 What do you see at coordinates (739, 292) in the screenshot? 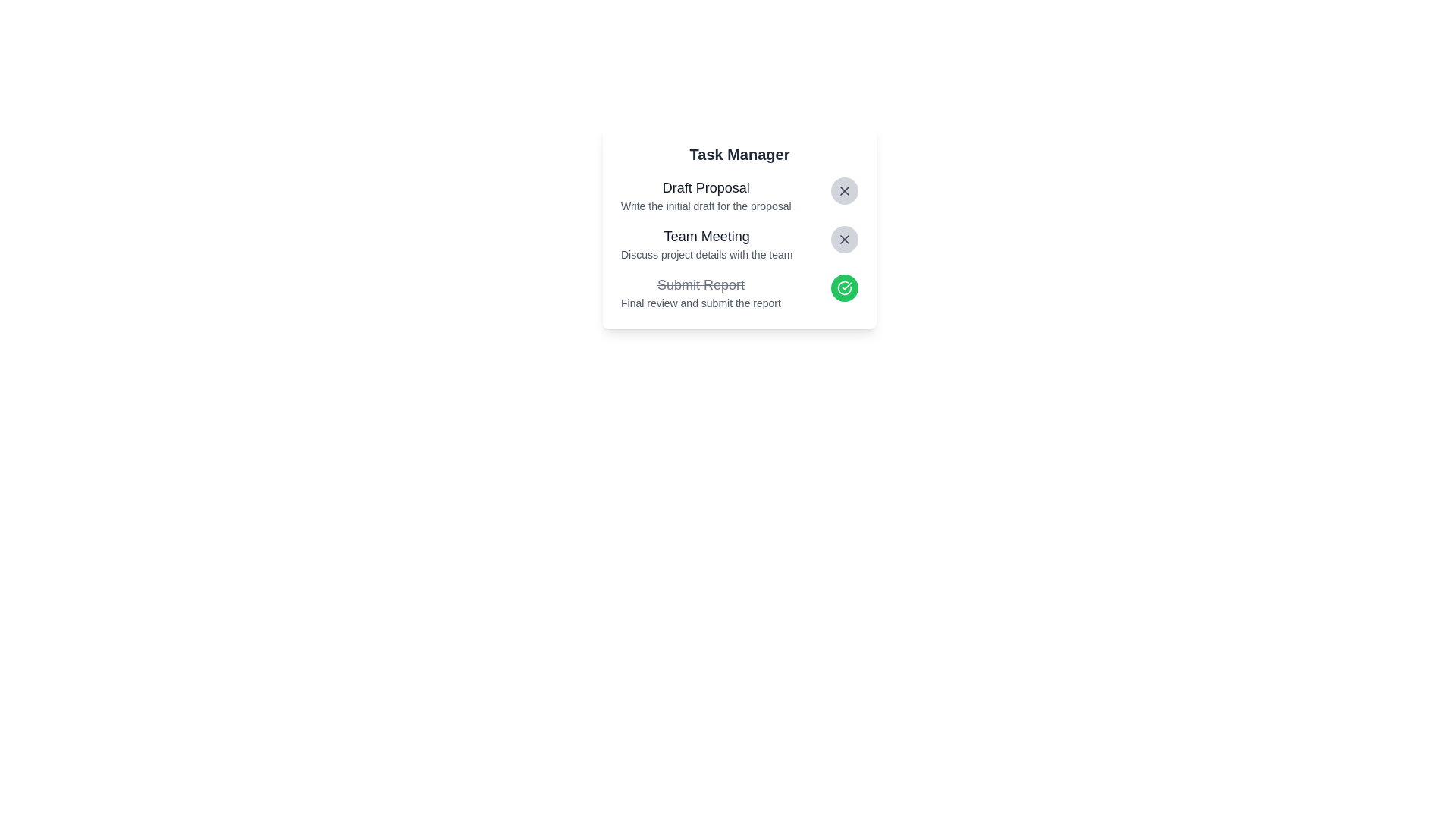
I see `the third task item in the 'Task Manager' list that has a completion button, indicating the task is completed with a checkmark and strikethrough text` at bounding box center [739, 292].